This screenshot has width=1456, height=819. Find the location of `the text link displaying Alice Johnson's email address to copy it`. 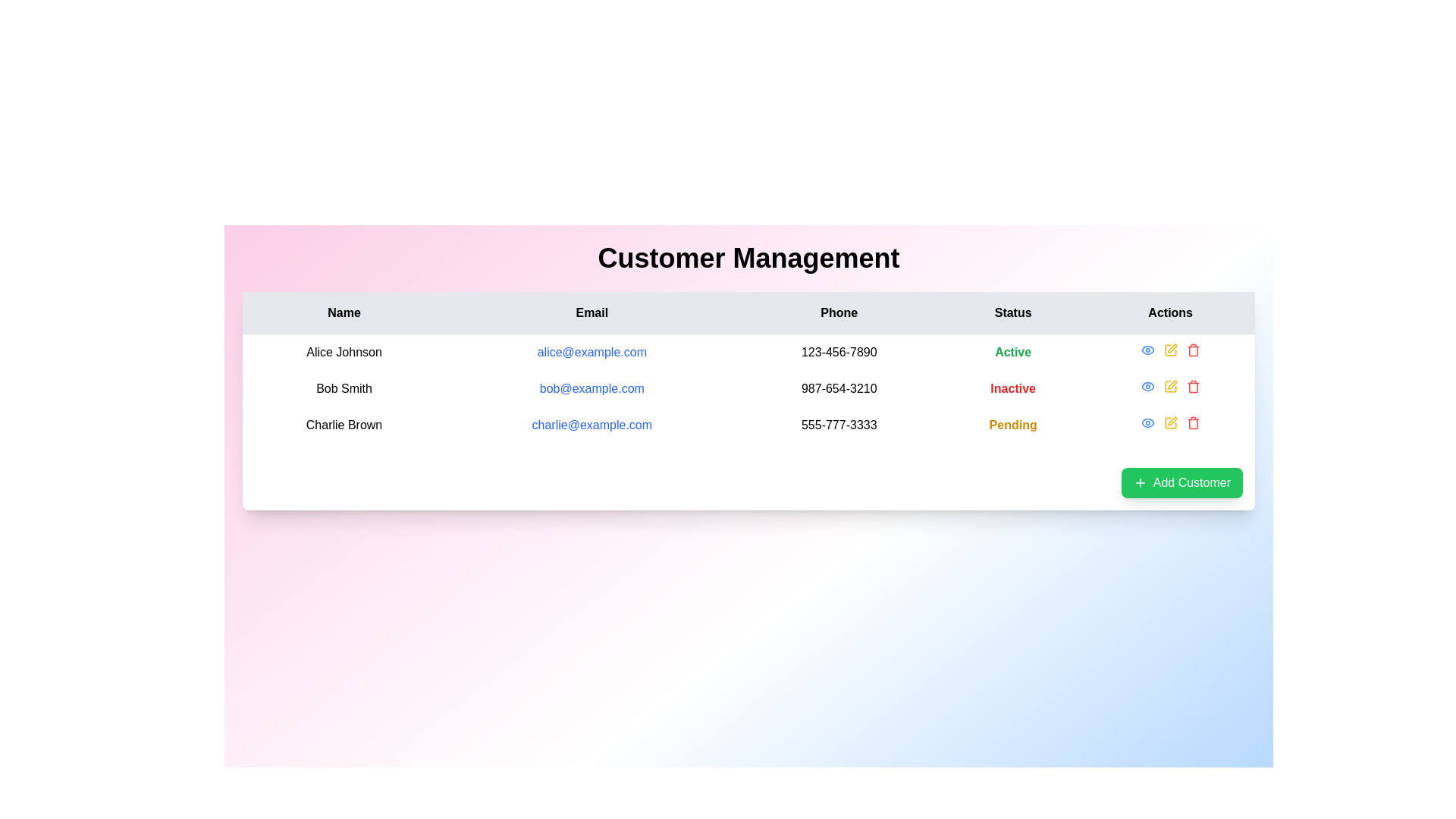

the text link displaying Alice Johnson's email address to copy it is located at coordinates (591, 353).